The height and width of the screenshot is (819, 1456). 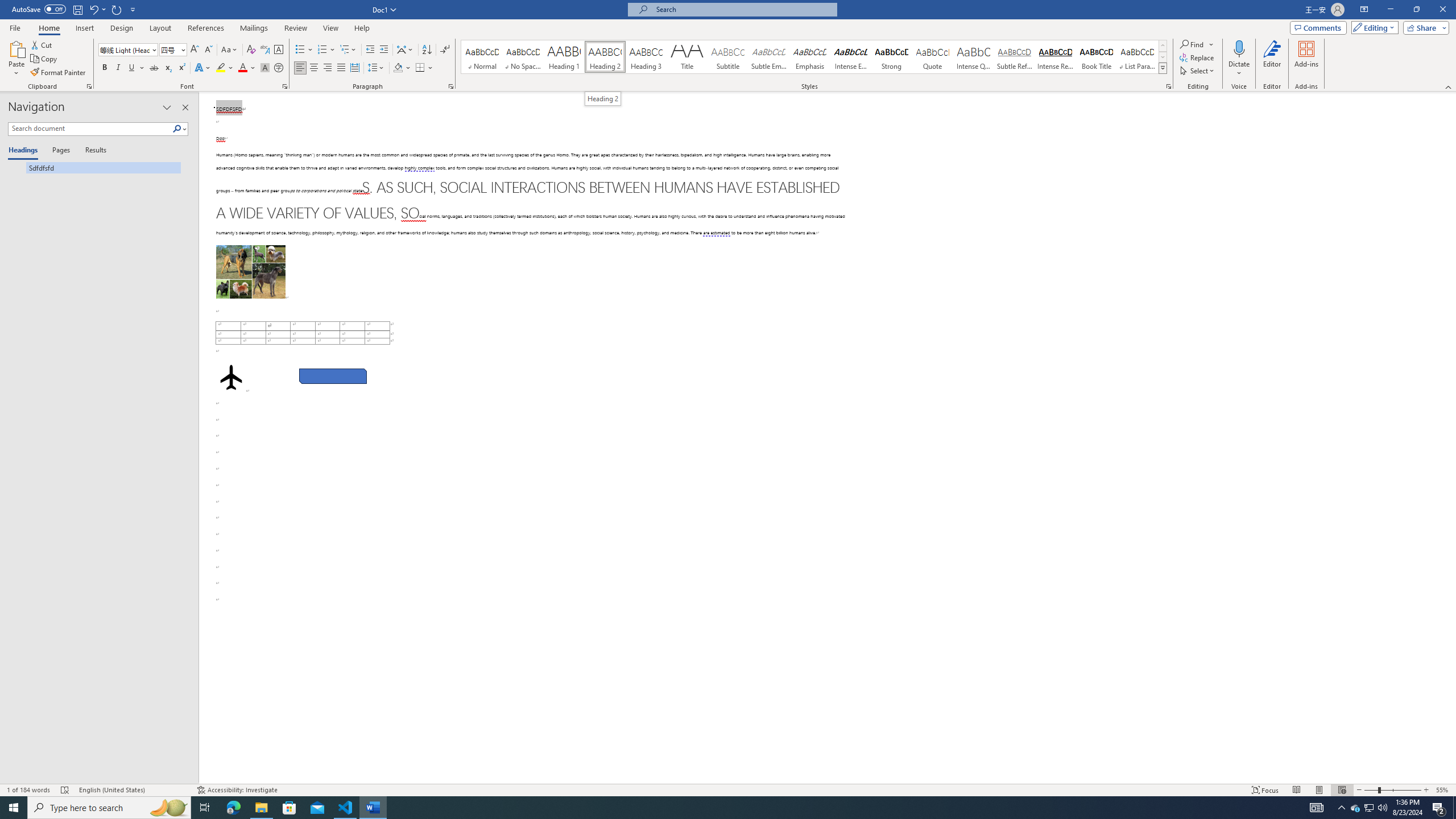 What do you see at coordinates (313, 67) in the screenshot?
I see `'Center'` at bounding box center [313, 67].